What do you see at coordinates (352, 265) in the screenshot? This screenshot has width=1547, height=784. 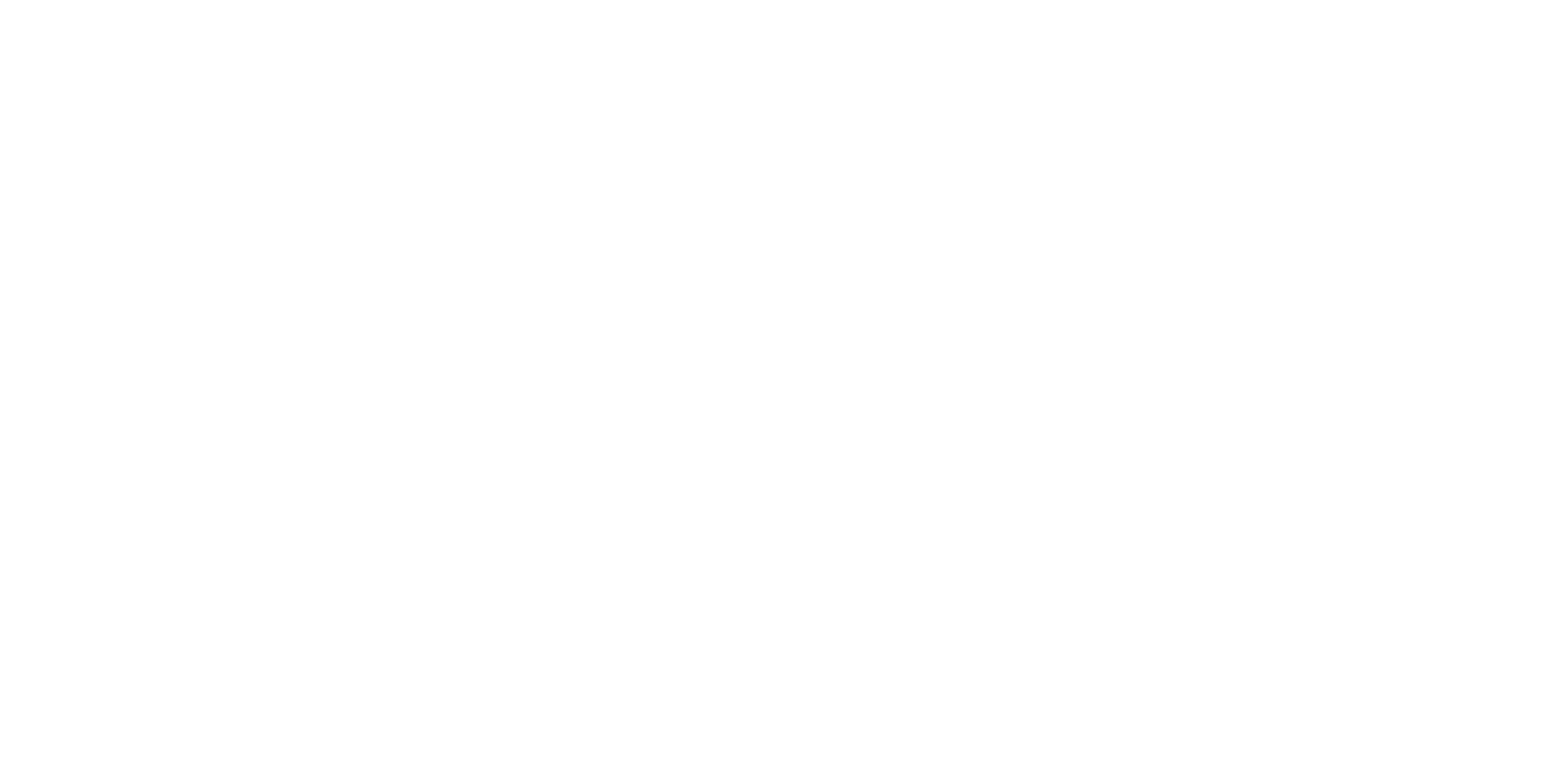 I see `'Featured'` at bounding box center [352, 265].